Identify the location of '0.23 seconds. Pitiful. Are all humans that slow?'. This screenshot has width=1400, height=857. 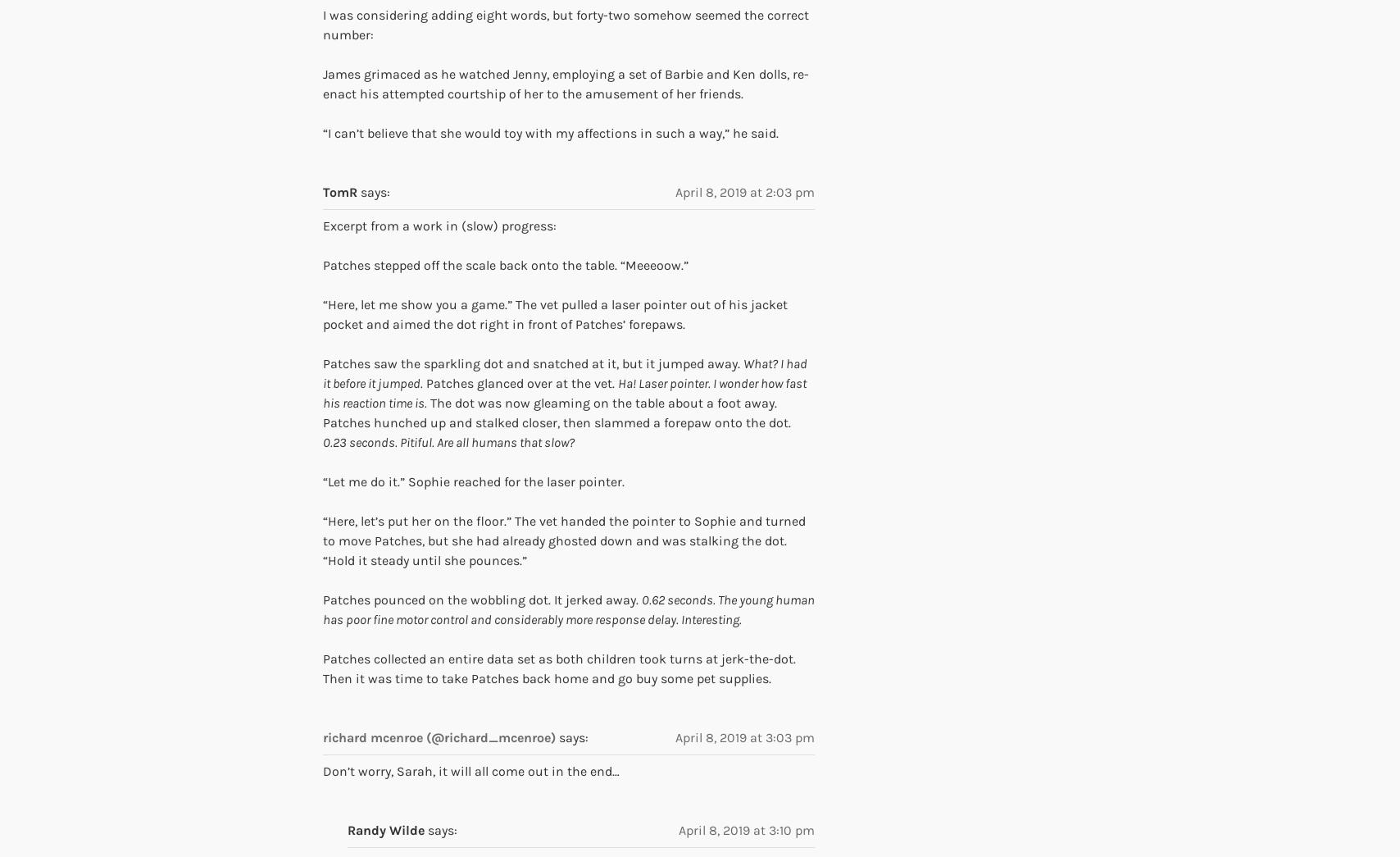
(323, 441).